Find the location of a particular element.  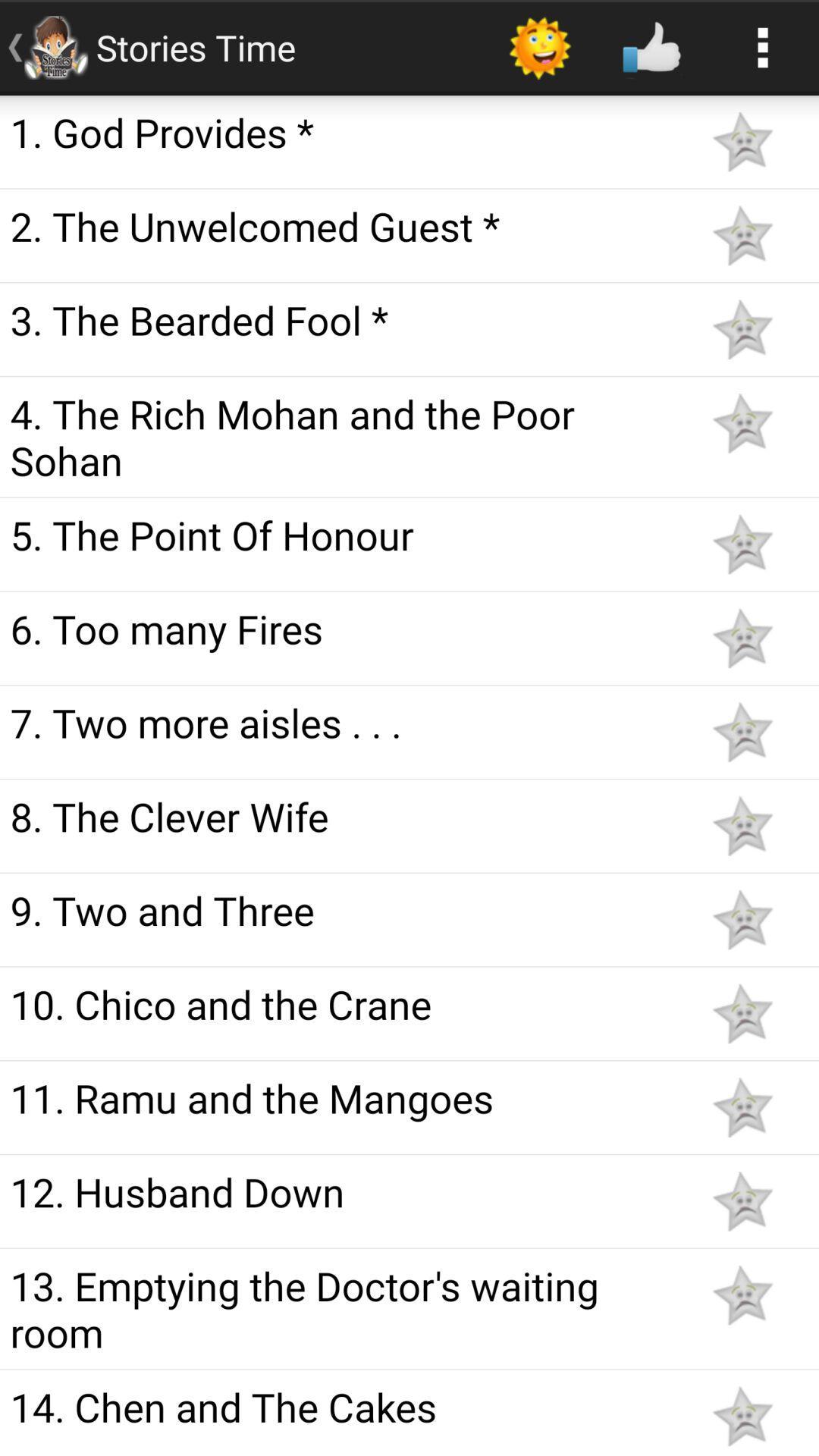

icon above 13 emptying the app is located at coordinates (343, 1191).